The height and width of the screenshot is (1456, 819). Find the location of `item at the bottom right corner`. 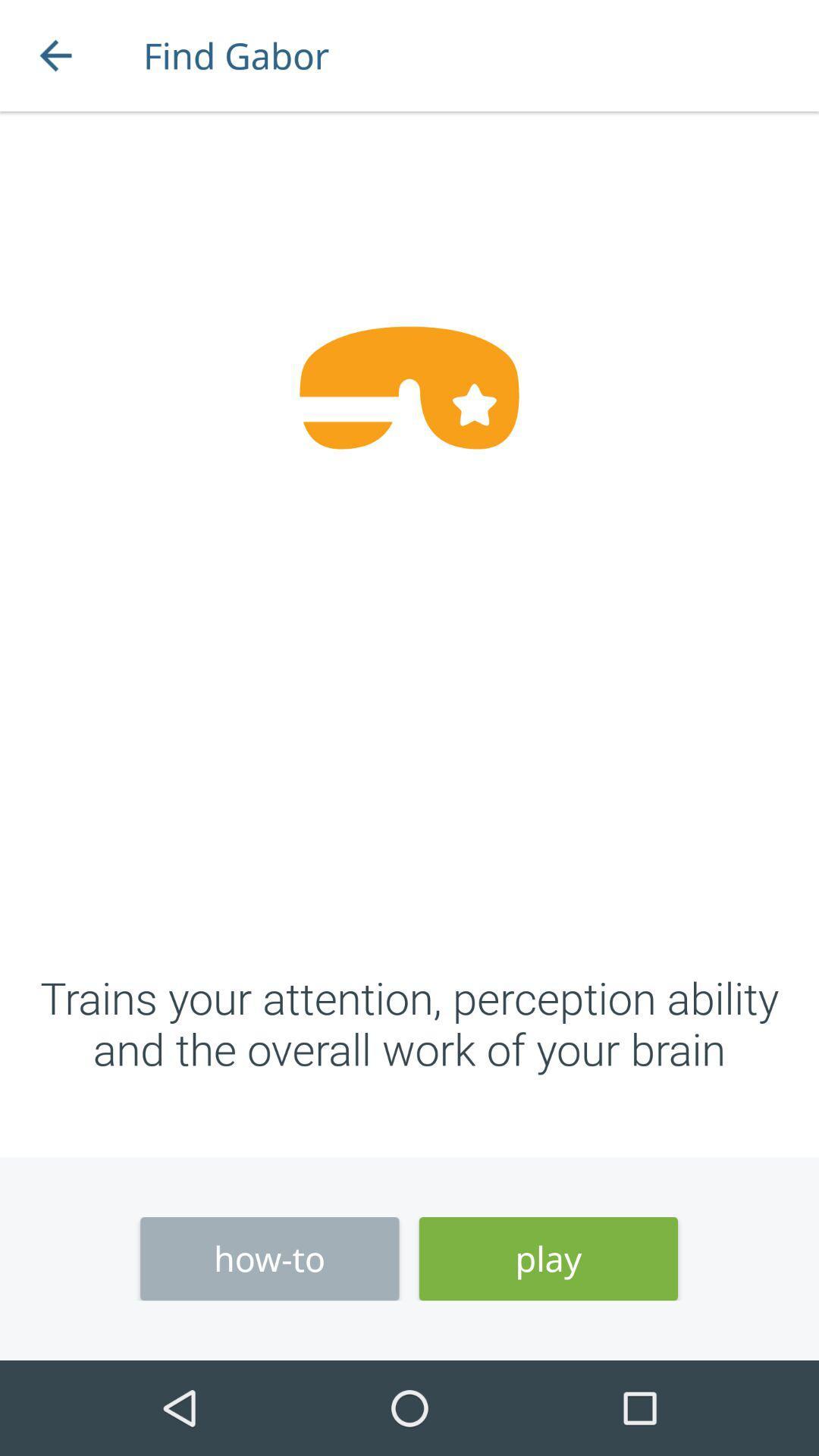

item at the bottom right corner is located at coordinates (548, 1259).